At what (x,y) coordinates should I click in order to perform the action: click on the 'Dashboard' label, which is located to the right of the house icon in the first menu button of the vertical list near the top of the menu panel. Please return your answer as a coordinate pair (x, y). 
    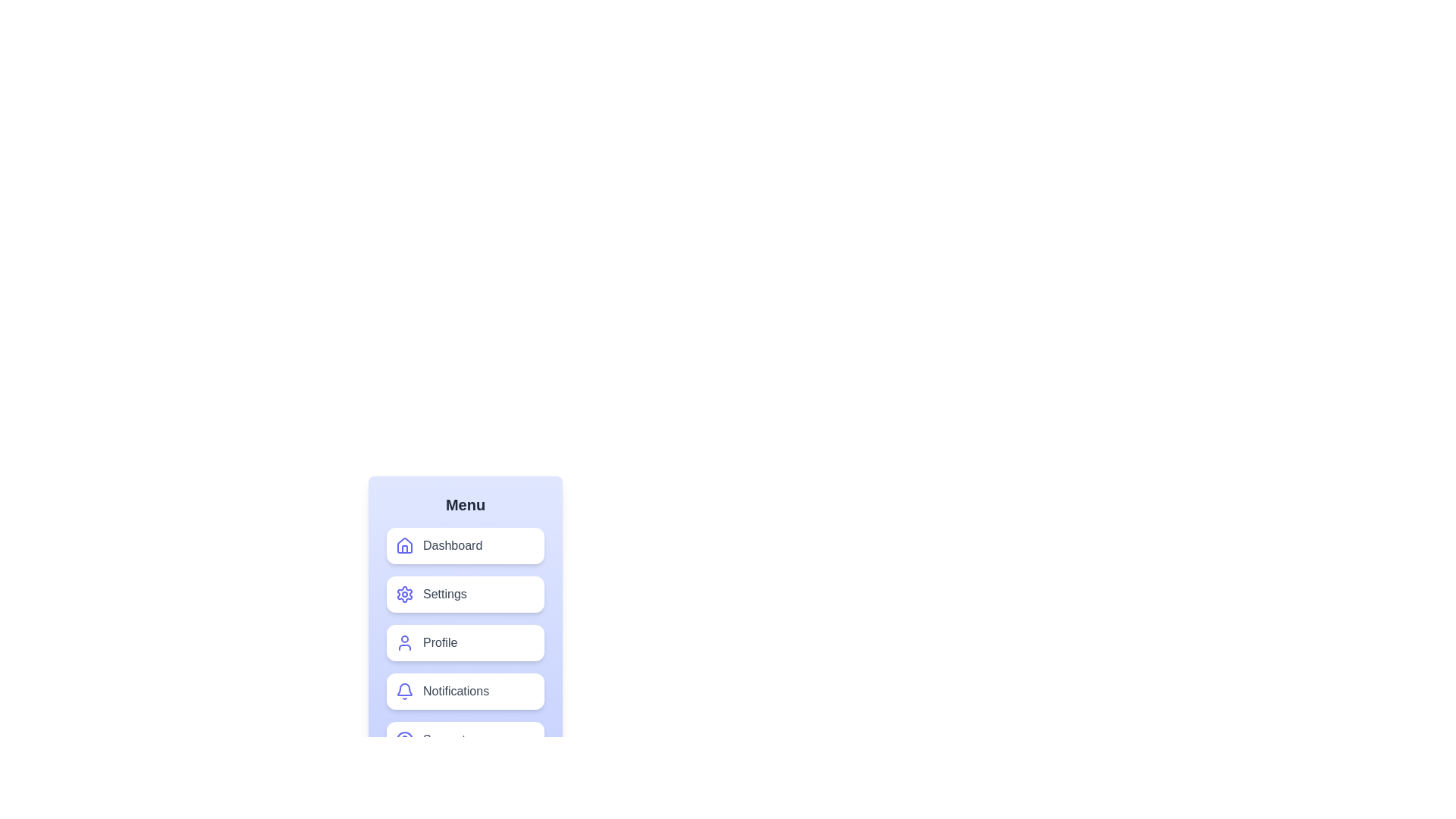
    Looking at the image, I should click on (452, 546).